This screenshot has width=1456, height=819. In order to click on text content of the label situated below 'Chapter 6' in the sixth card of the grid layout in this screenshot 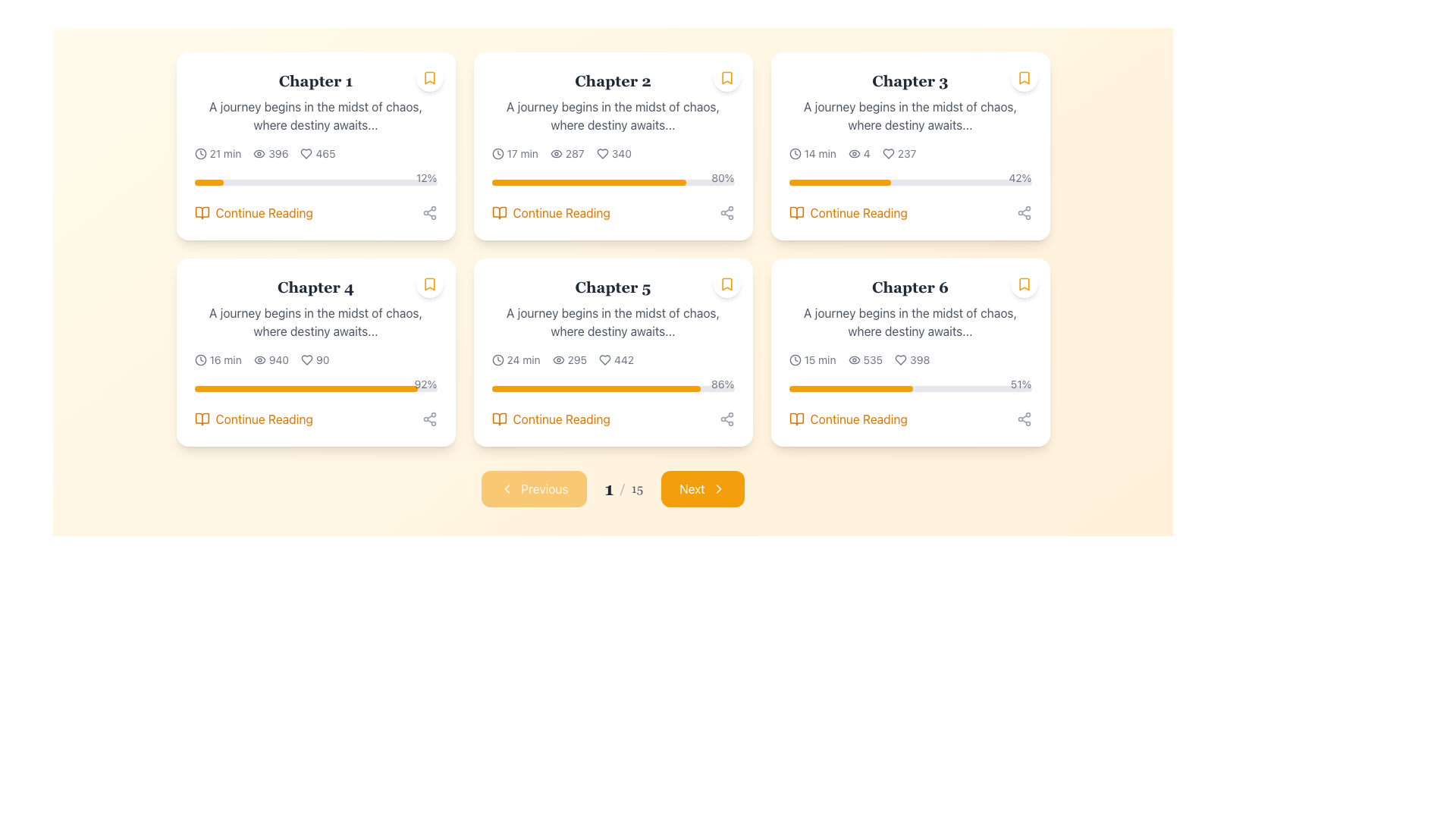, I will do `click(910, 321)`.